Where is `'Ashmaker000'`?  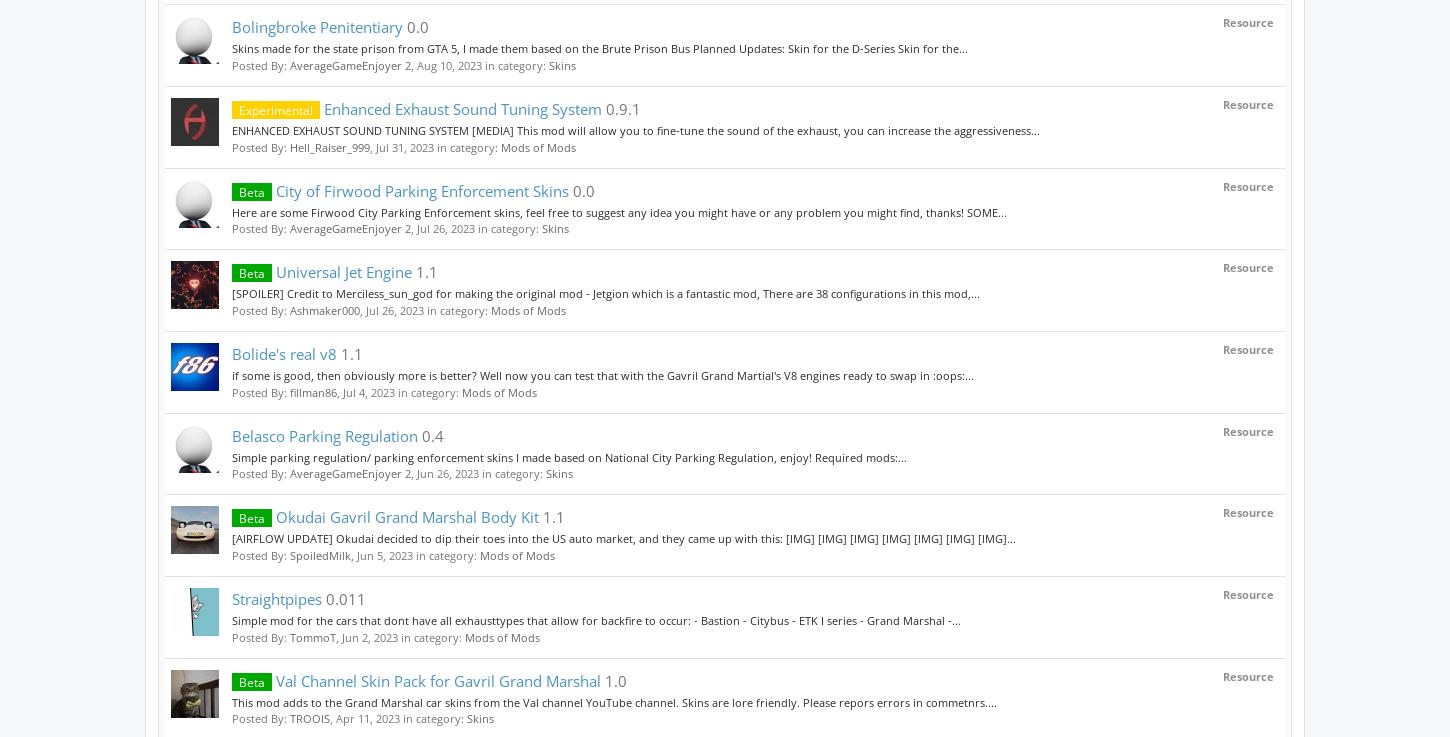 'Ashmaker000' is located at coordinates (324, 309).